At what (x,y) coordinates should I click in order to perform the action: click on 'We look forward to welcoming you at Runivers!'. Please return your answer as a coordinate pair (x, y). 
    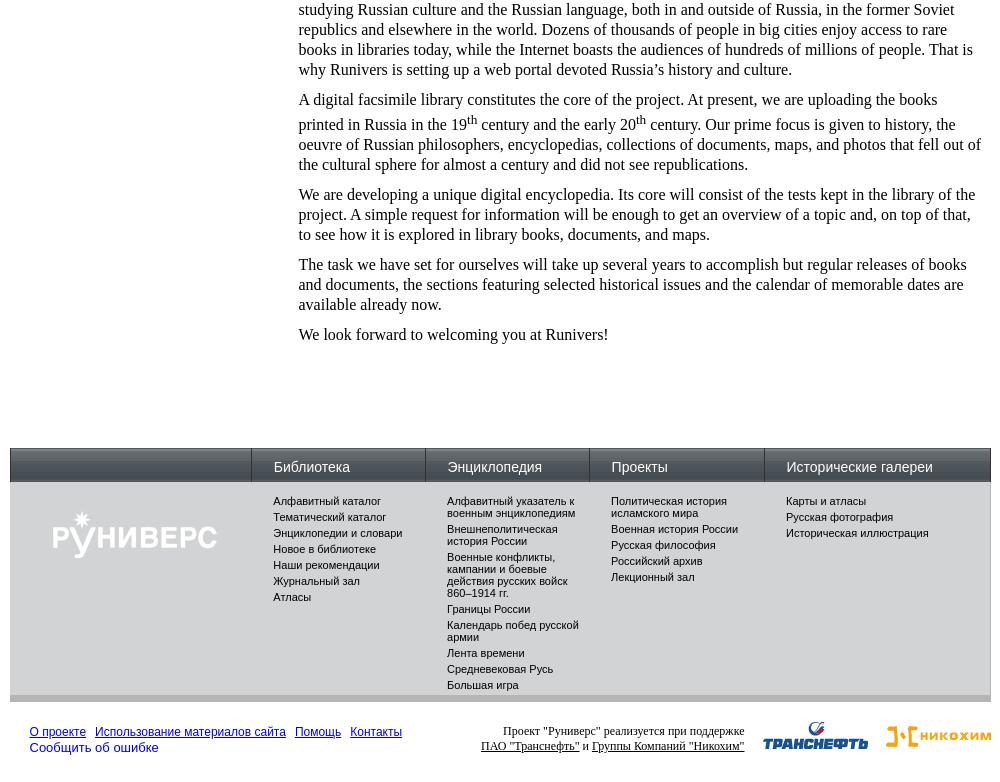
    Looking at the image, I should click on (452, 333).